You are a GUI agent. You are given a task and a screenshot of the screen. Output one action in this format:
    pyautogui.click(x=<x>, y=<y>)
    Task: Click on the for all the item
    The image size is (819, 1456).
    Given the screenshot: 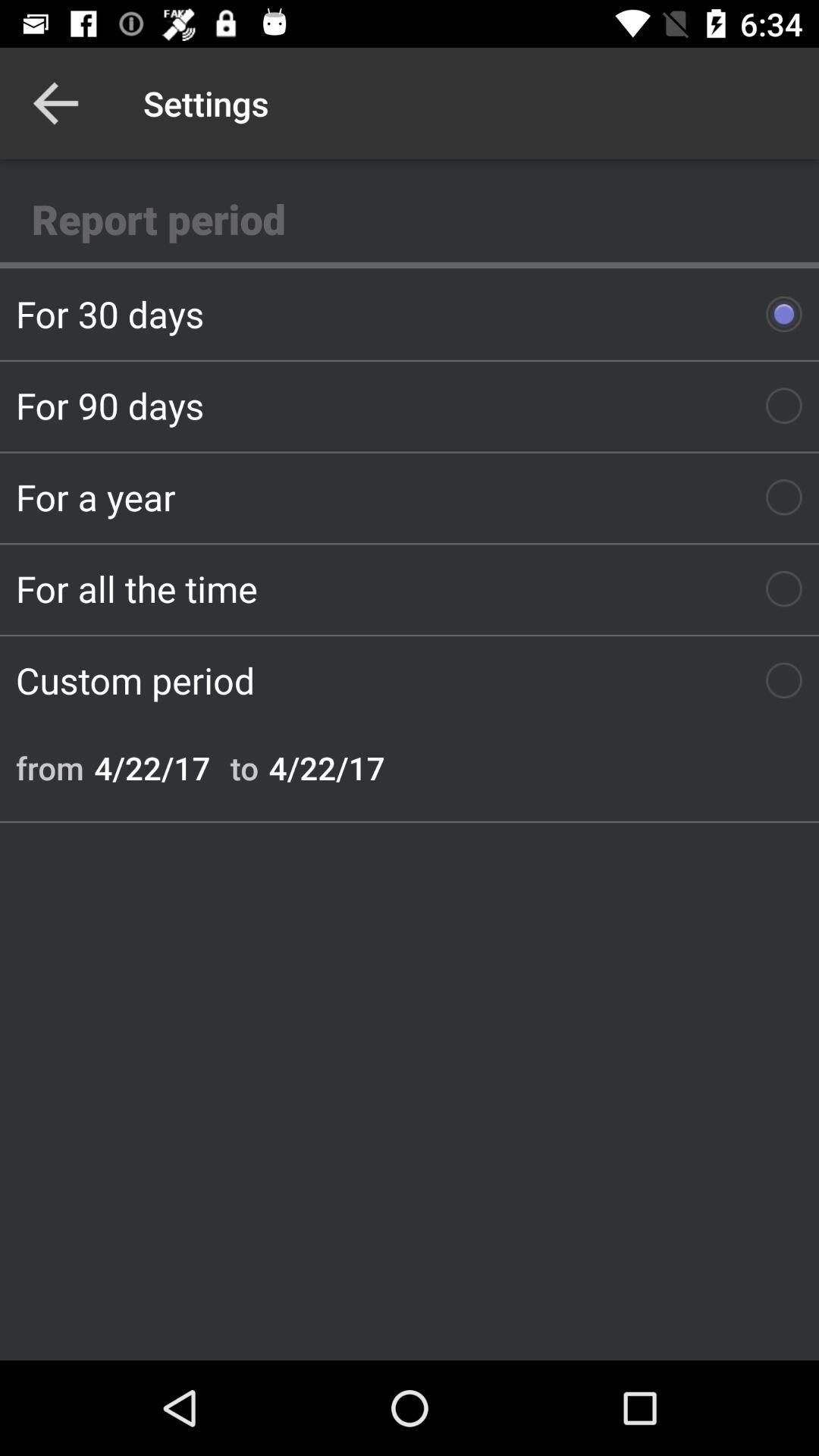 What is the action you would take?
    pyautogui.click(x=409, y=588)
    